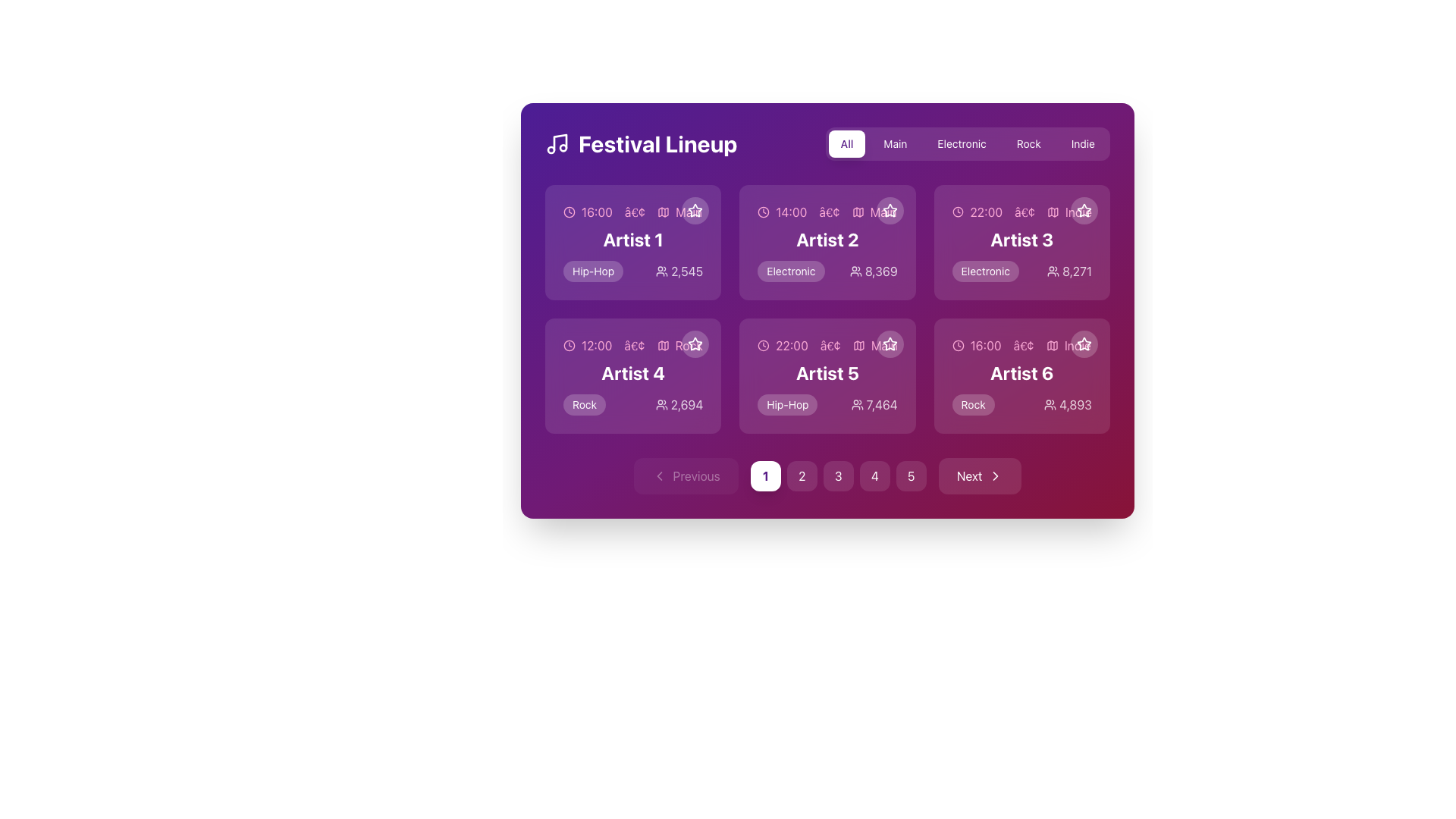  I want to click on the 'Previous' button with a dark translucent background and white text, so click(685, 475).